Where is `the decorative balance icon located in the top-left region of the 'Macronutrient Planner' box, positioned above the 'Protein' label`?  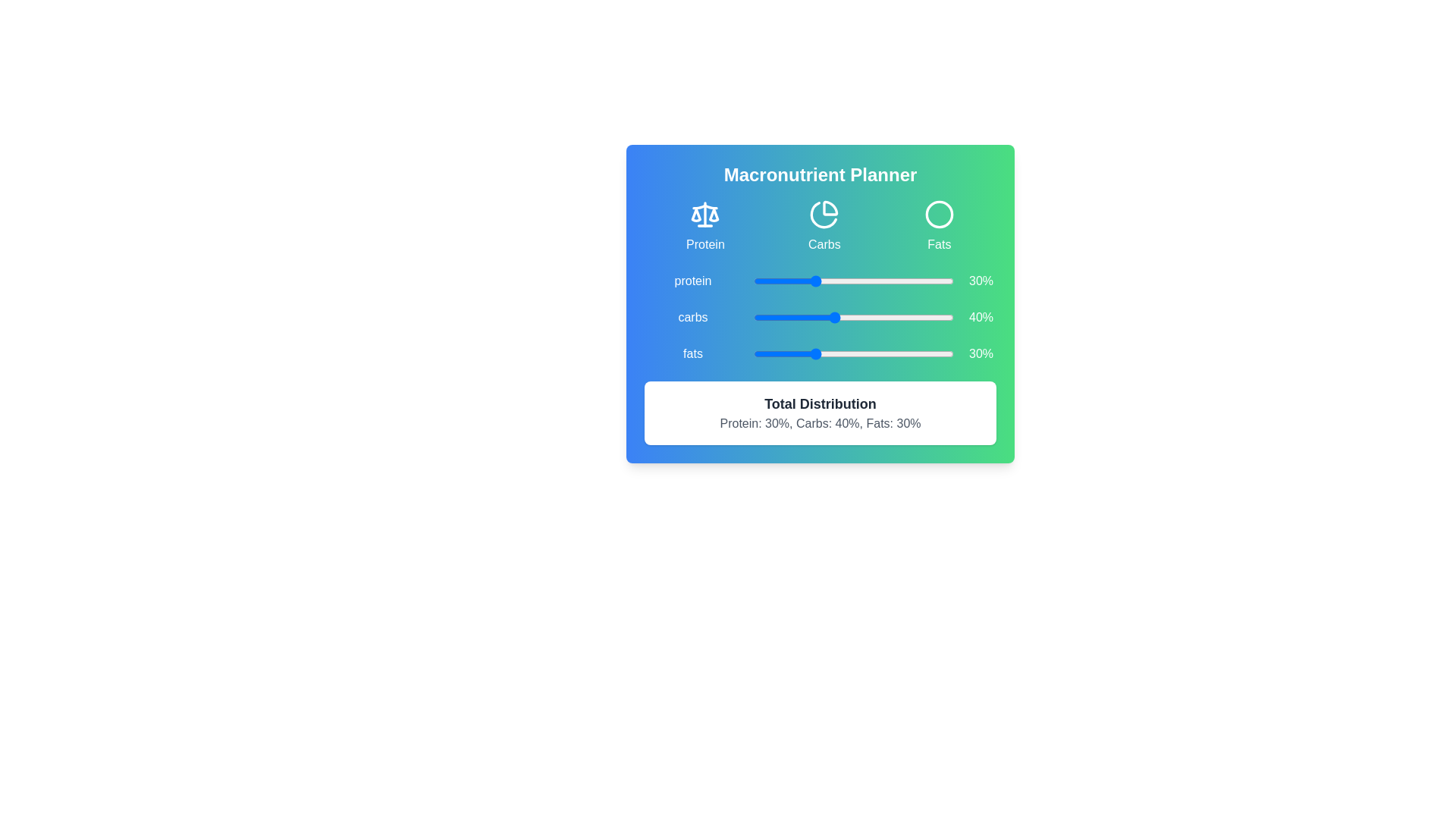
the decorative balance icon located in the top-left region of the 'Macronutrient Planner' box, positioned above the 'Protein' label is located at coordinates (704, 214).